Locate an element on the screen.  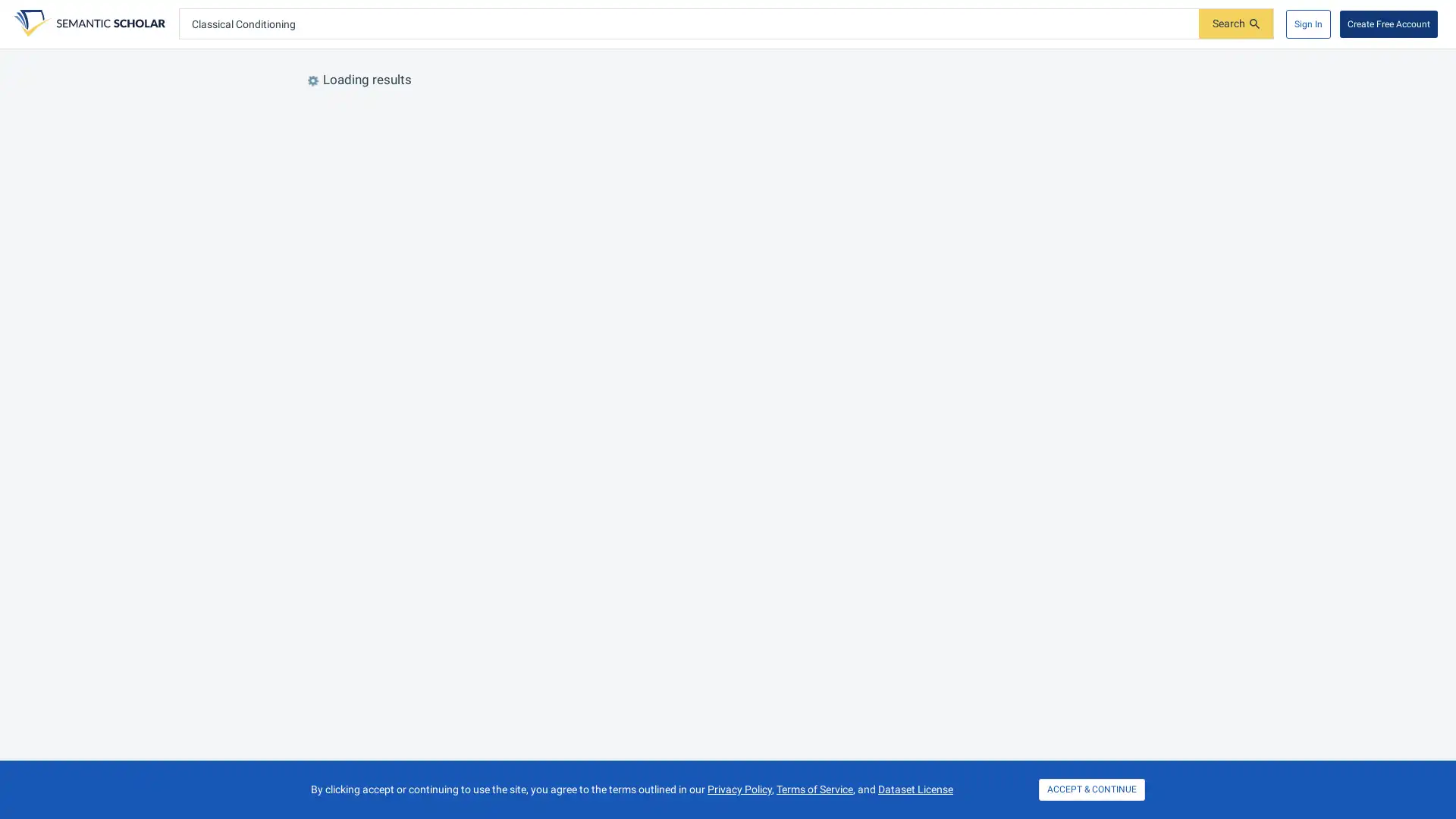
standard search results view is located at coordinates (1117, 119).